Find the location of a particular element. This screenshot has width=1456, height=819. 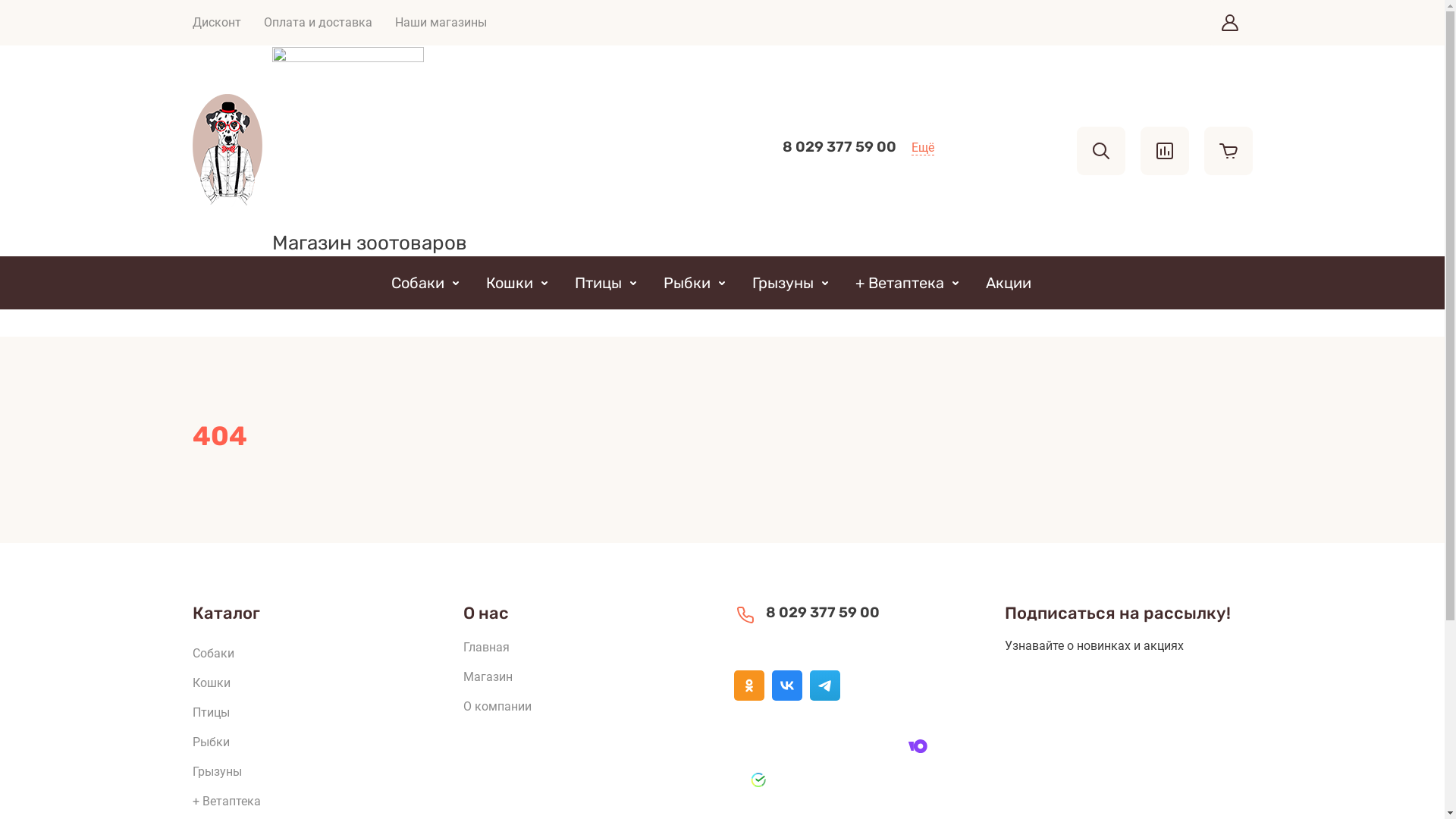

'8 029 377 59 00' is located at coordinates (839, 146).